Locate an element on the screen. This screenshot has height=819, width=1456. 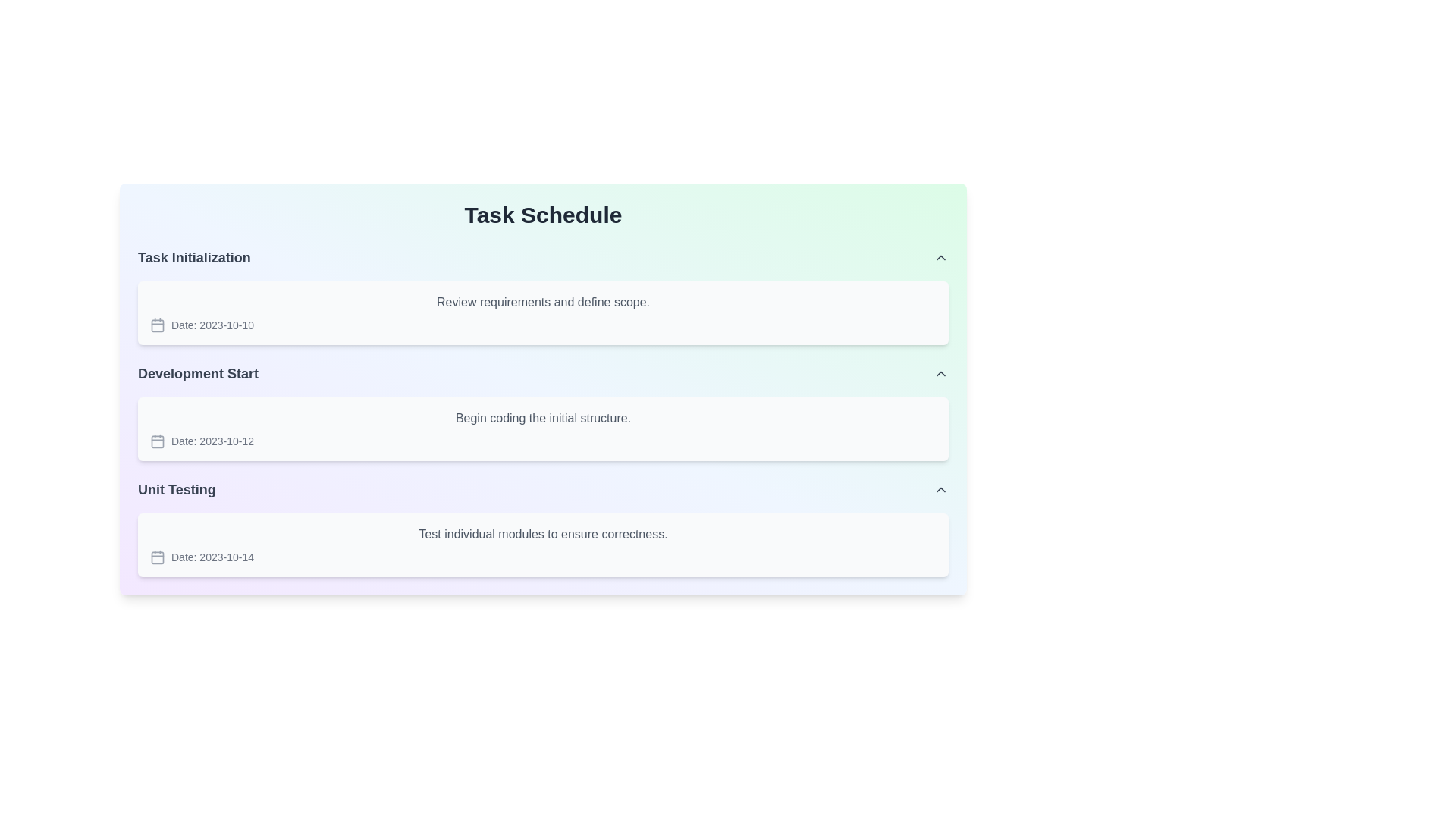
the text label displaying 'Task Initialization' by moving the cursor to its center point is located at coordinates (193, 256).